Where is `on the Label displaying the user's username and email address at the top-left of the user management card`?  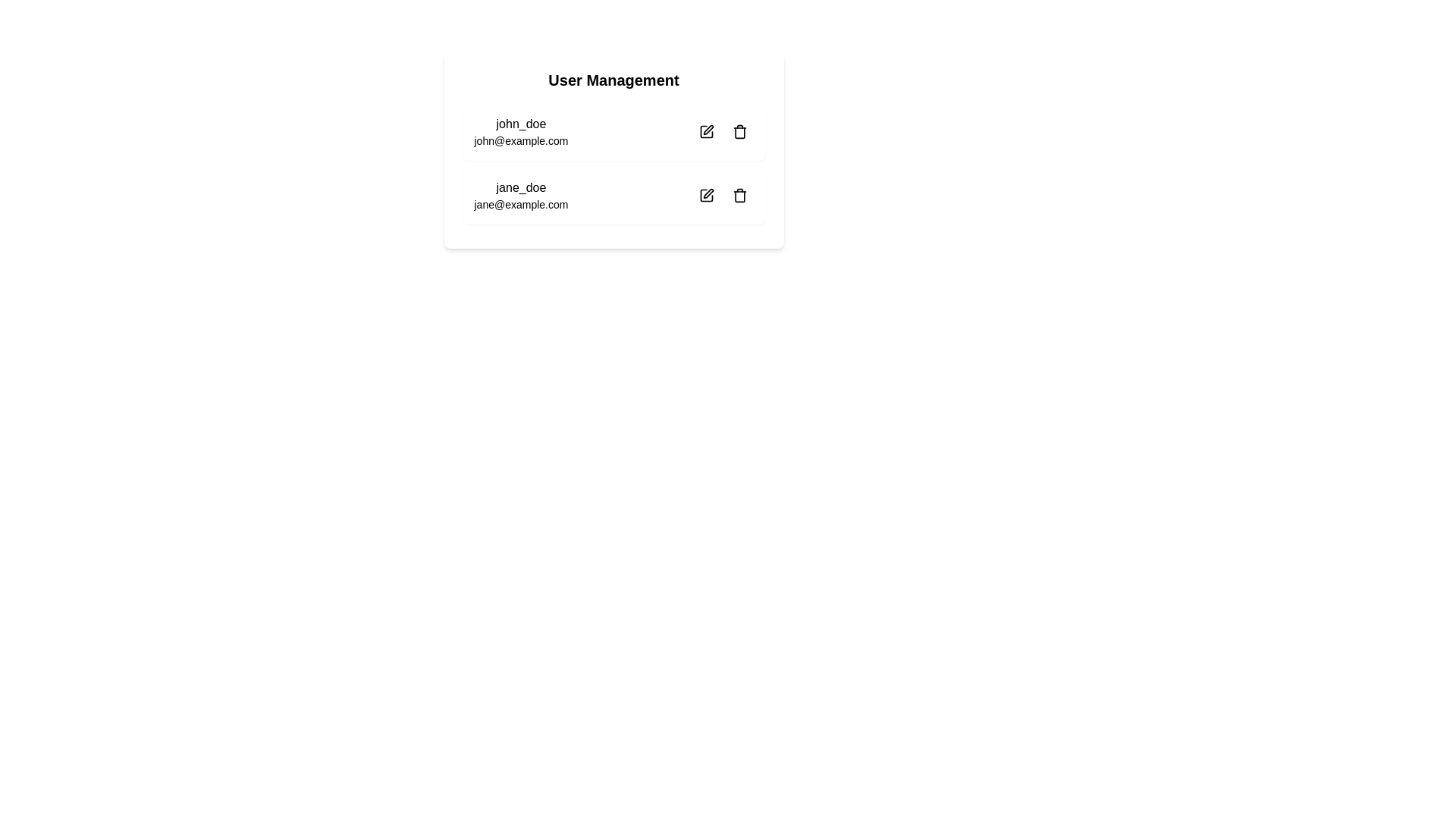 on the Label displaying the user's username and email address at the top-left of the user management card is located at coordinates (521, 130).